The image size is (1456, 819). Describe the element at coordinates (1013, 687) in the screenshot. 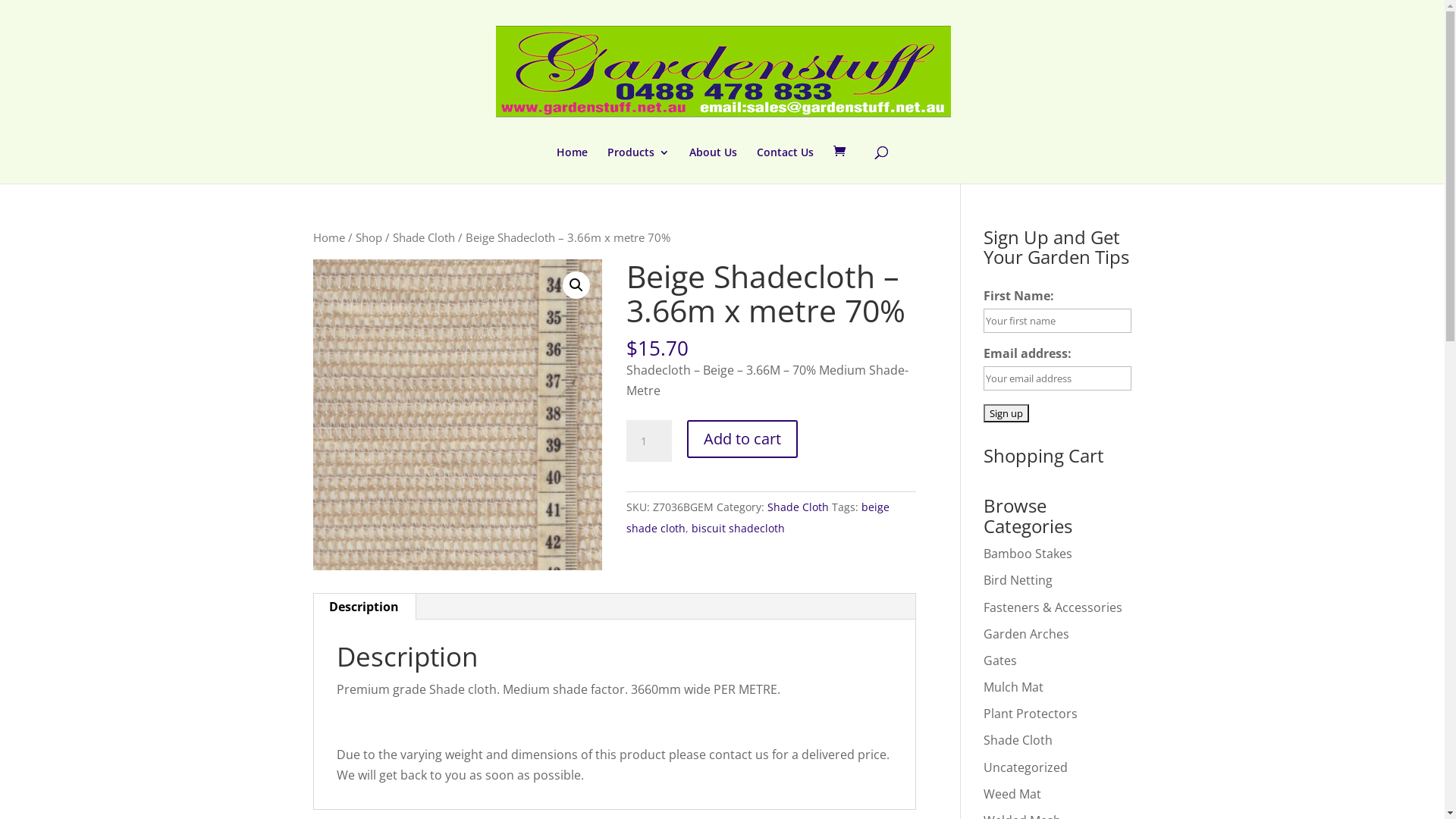

I see `'Mulch Mat'` at that location.